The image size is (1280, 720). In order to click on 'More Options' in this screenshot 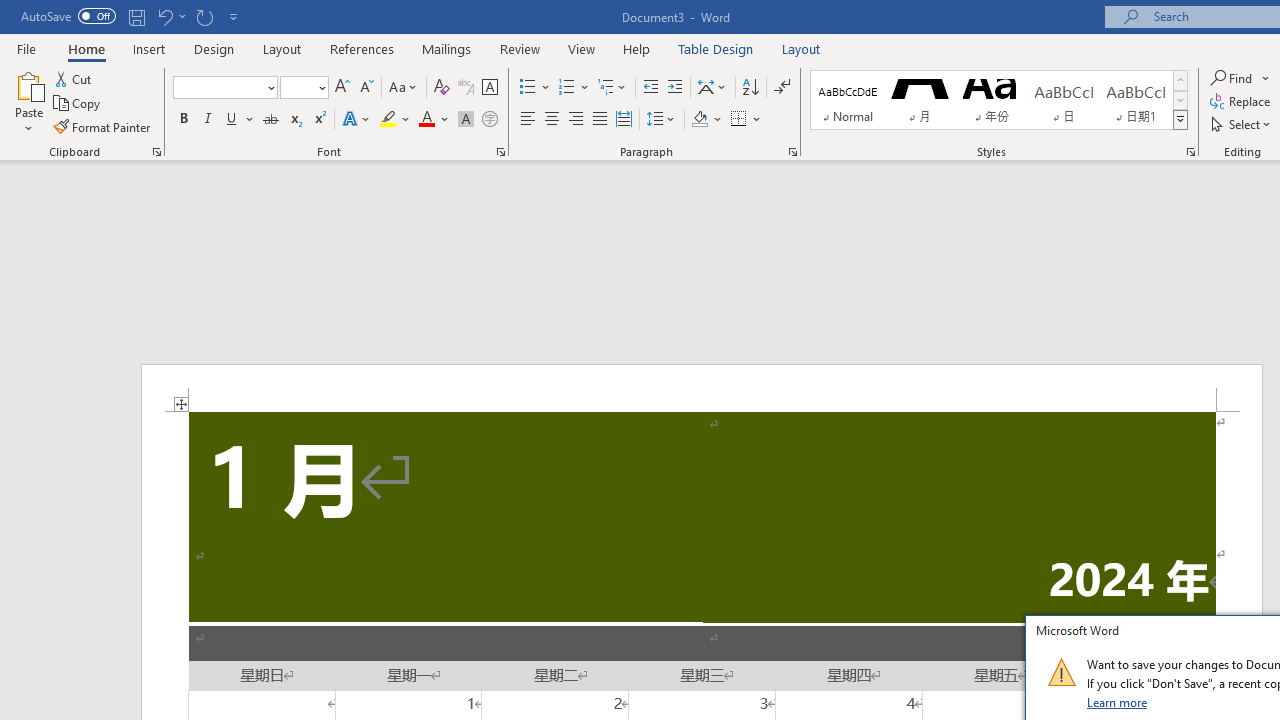, I will do `click(1266, 77)`.